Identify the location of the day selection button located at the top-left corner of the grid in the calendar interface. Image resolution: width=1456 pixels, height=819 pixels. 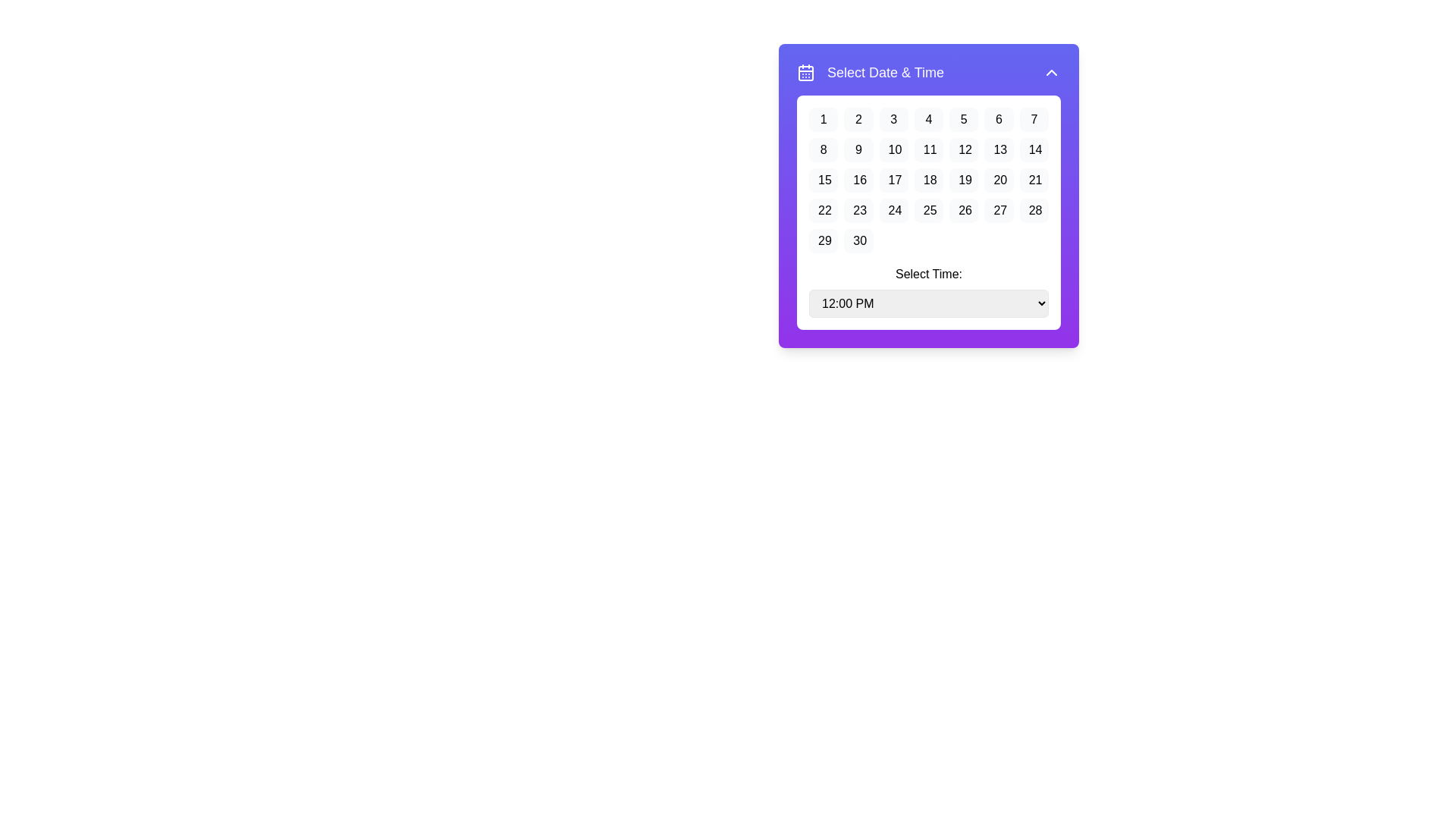
(823, 119).